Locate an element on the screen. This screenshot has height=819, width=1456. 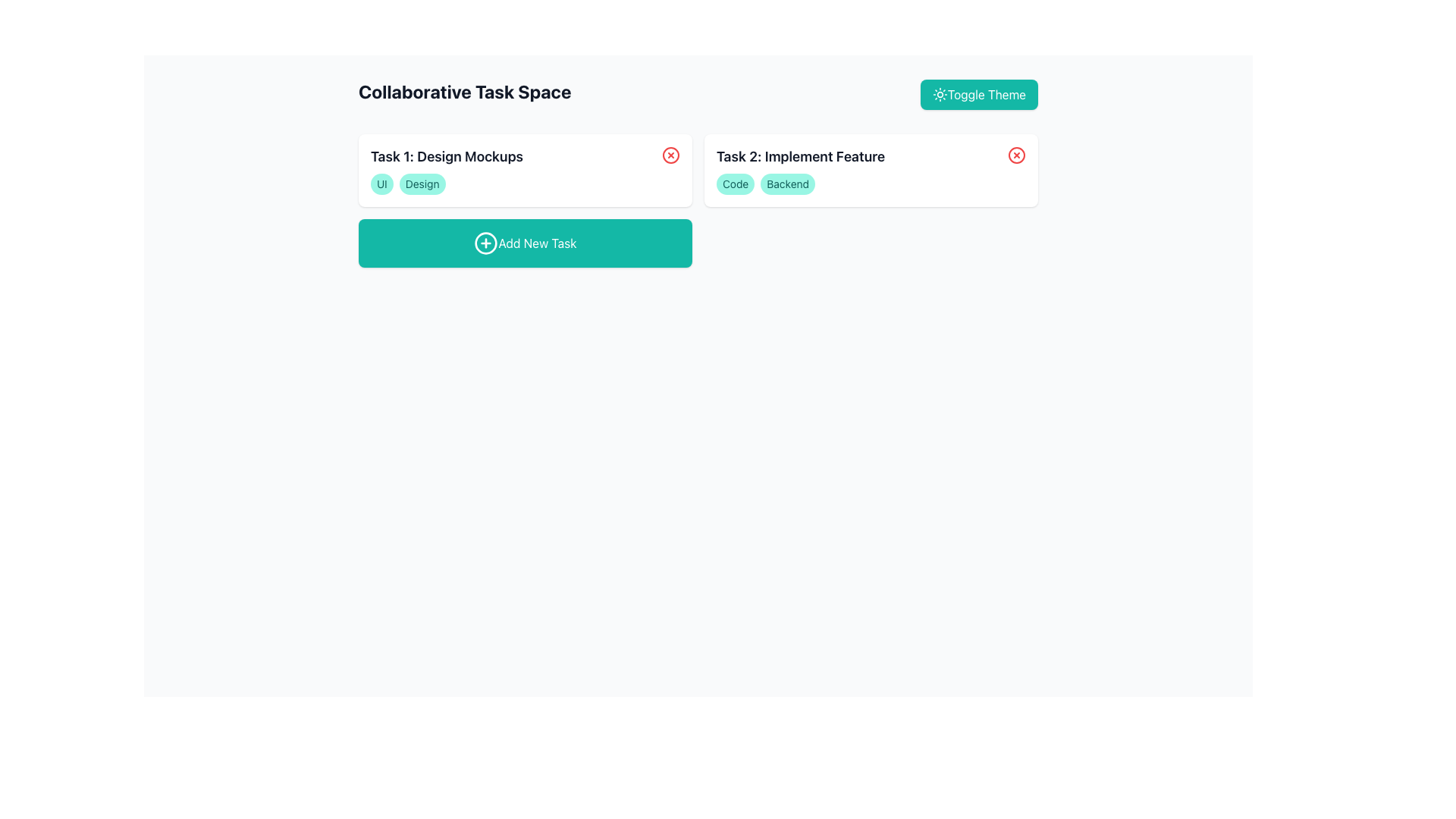
the theme toggle button located at the top-right corner of the application, next to the title 'Collaborative Task Space', to switch between light and dark modes is located at coordinates (979, 94).